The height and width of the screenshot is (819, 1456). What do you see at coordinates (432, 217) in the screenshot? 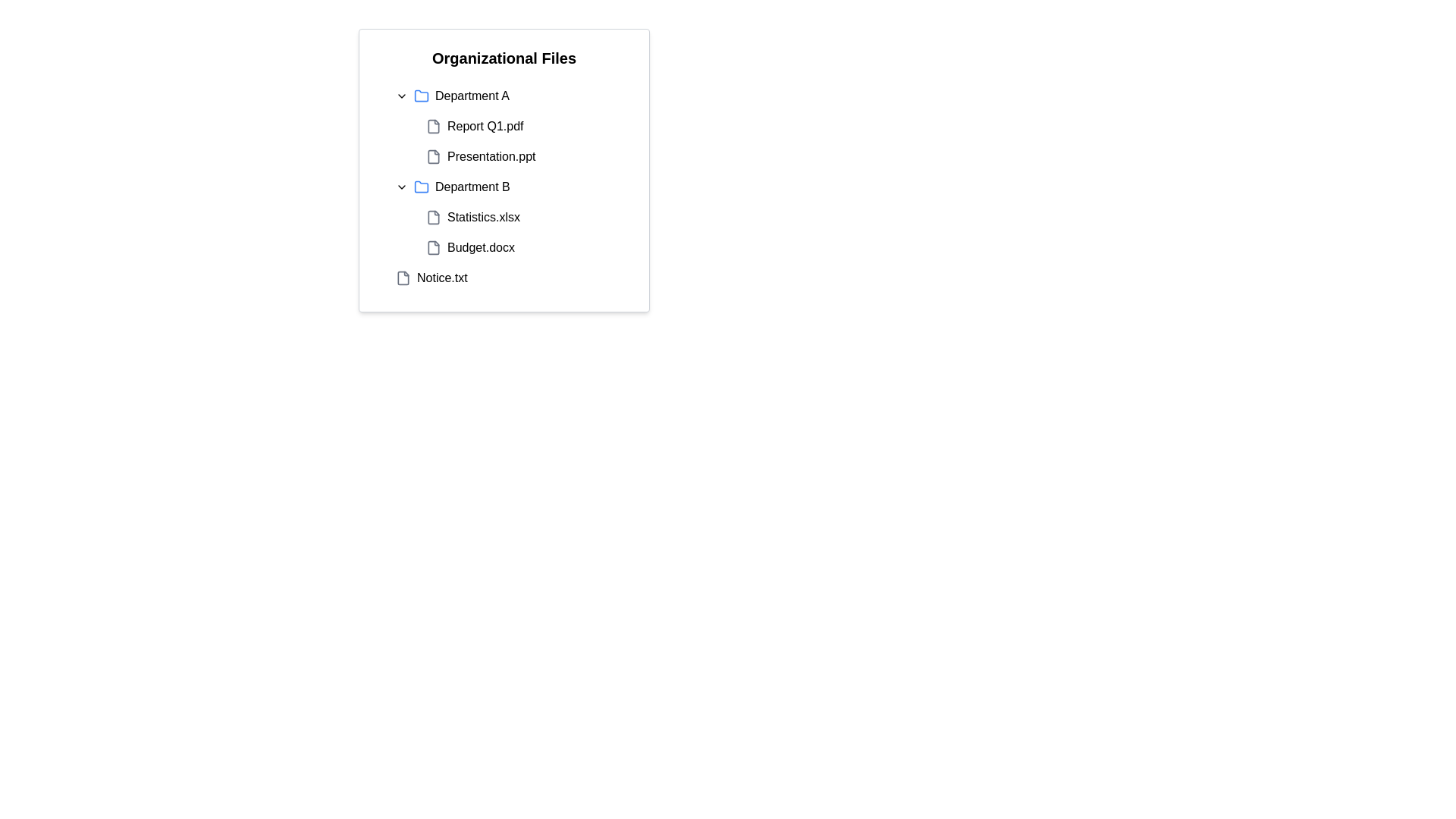
I see `the file icon representing 'Statistics.xlsx' located under 'Department B'` at bounding box center [432, 217].